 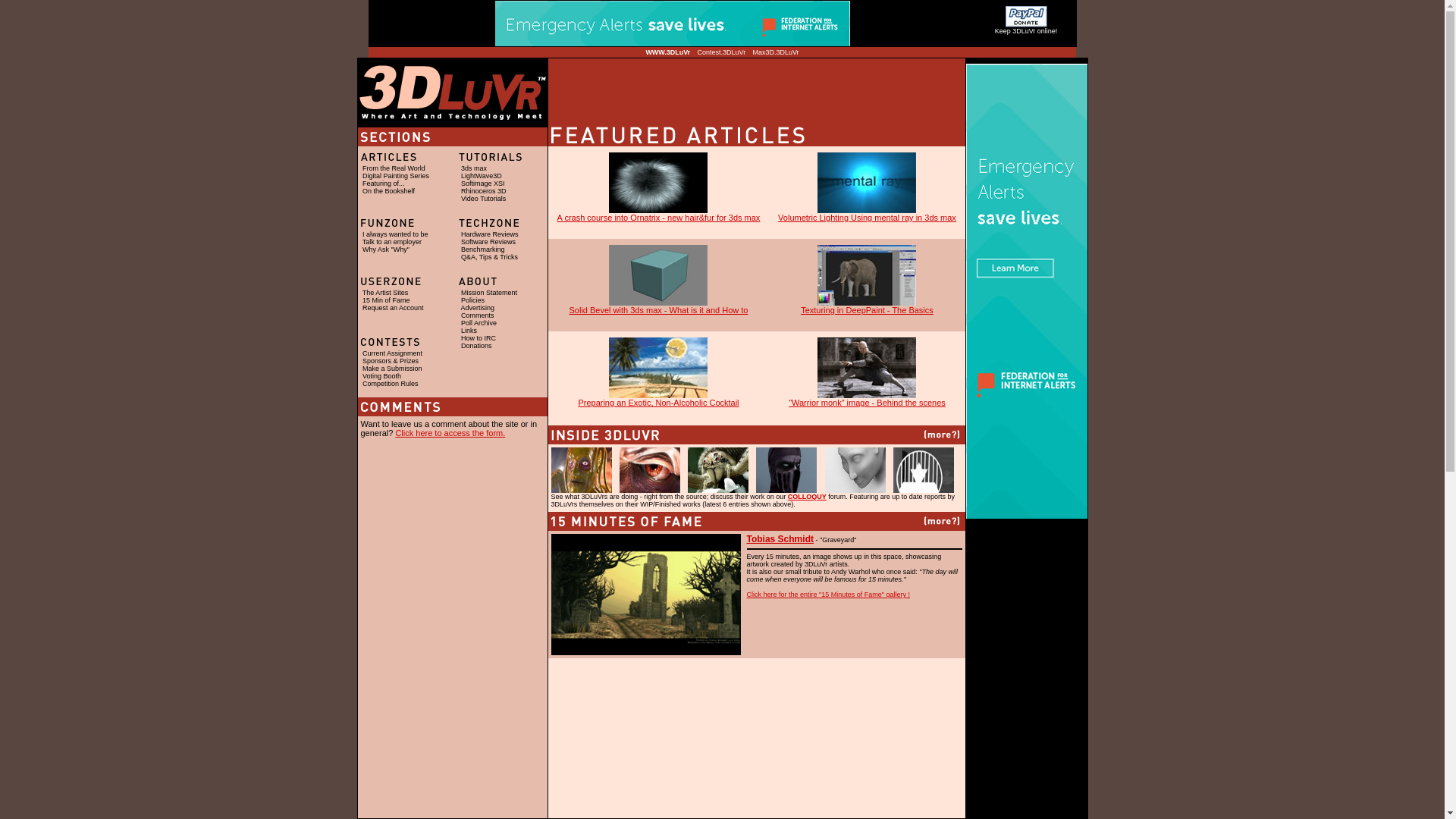 What do you see at coordinates (385, 248) in the screenshot?
I see `'Why Ask "Why"'` at bounding box center [385, 248].